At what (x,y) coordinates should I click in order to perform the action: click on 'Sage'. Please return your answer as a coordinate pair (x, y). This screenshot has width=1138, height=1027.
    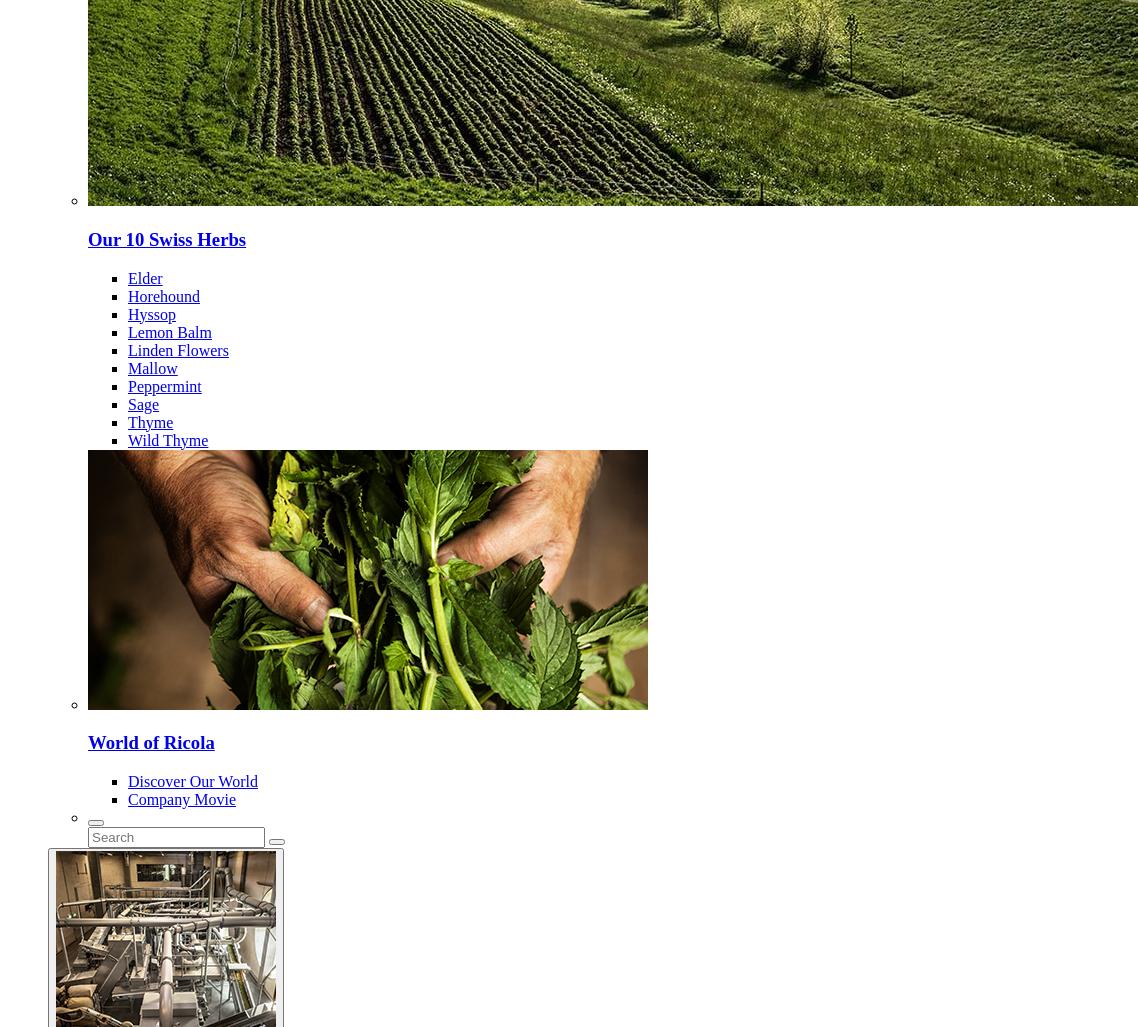
    Looking at the image, I should click on (143, 402).